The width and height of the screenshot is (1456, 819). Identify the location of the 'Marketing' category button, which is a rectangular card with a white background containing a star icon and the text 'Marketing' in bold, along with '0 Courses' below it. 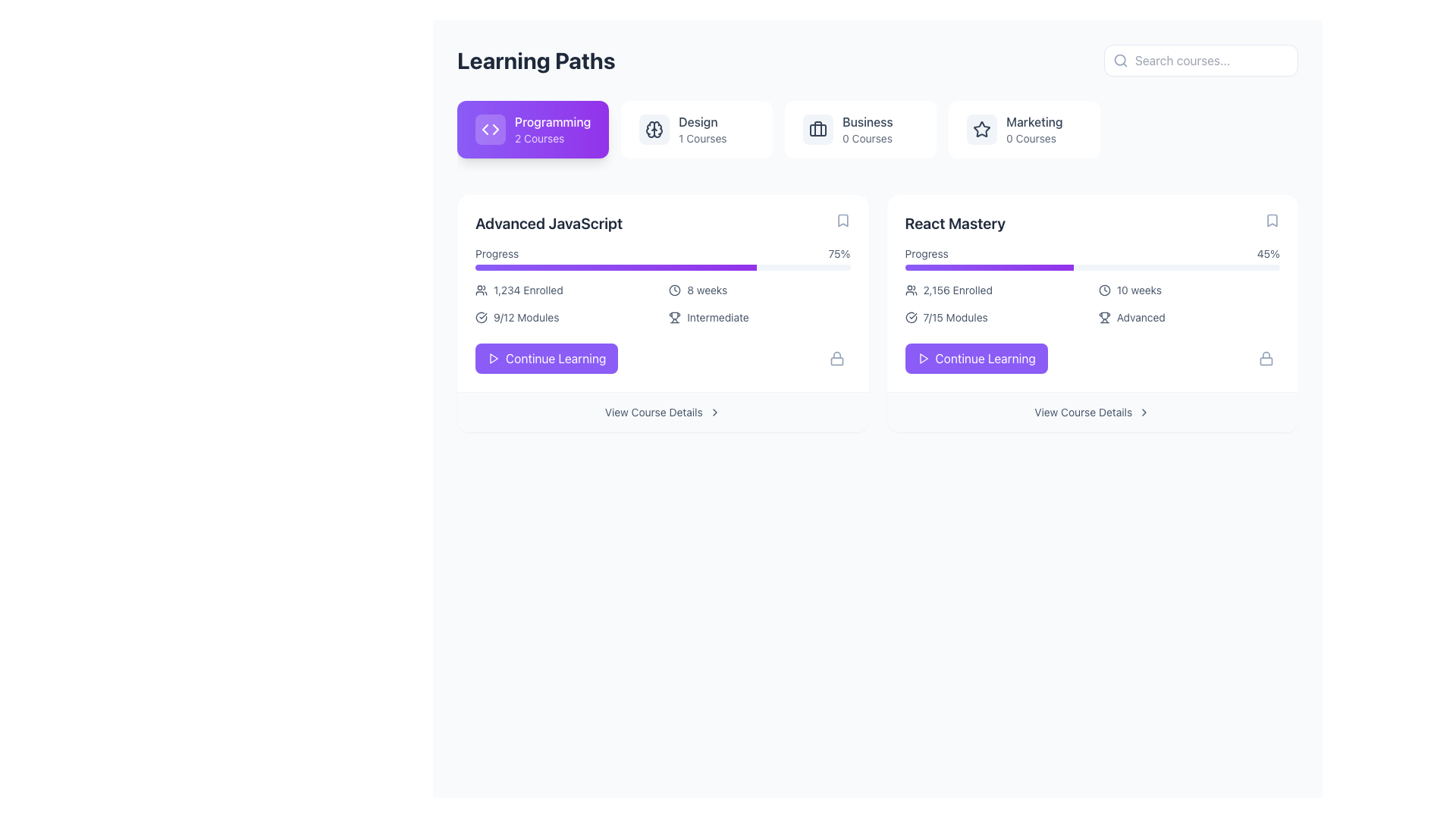
(1025, 128).